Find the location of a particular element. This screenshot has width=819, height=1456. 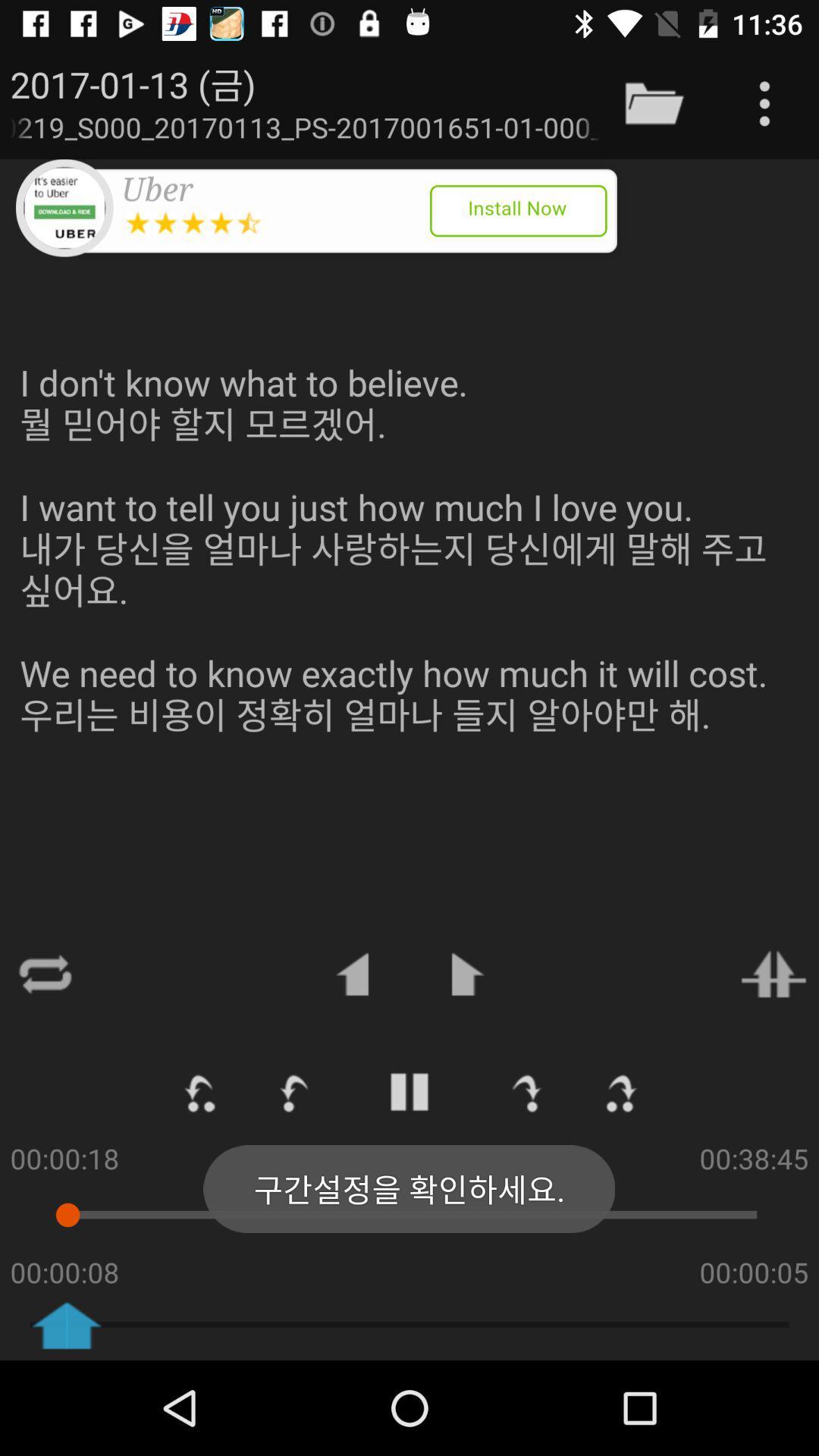

the more icon is located at coordinates (764, 102).